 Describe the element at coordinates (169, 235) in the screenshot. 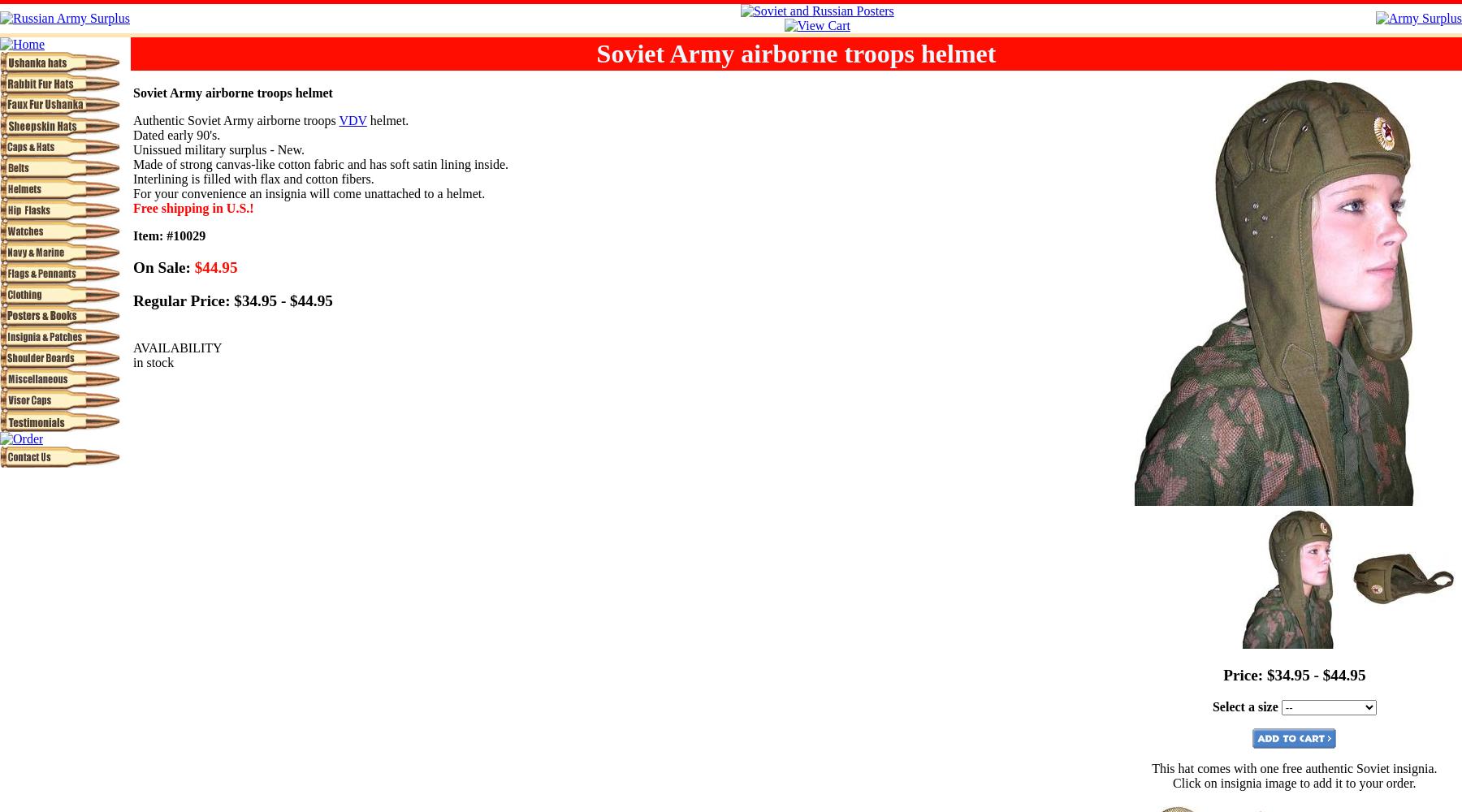

I see `'Item: #10029'` at that location.